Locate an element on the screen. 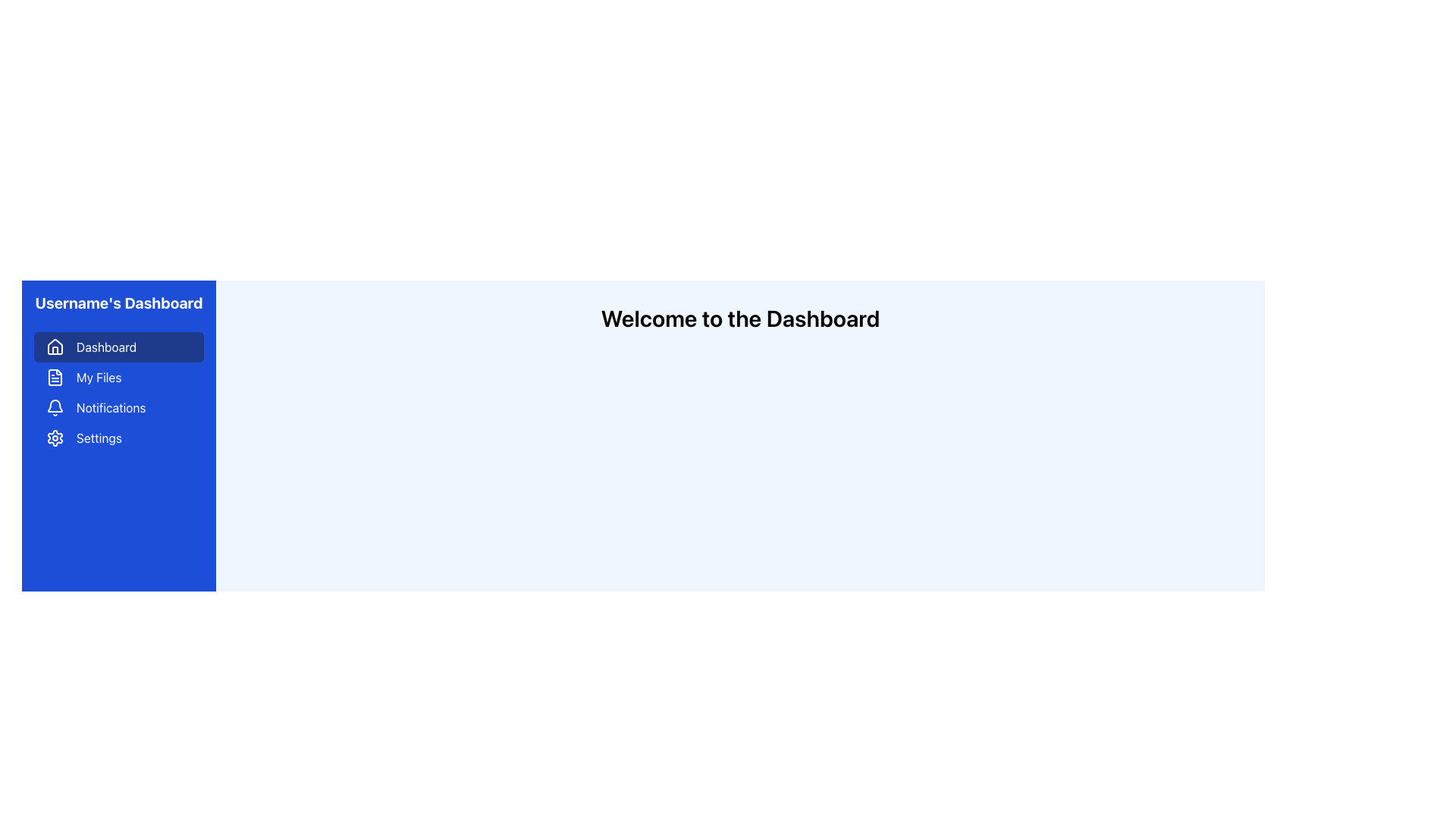  the settings icon located in the left sidebar of the dashboard interface, positioned below the circular shape and adjacent to the label 'Settings' is located at coordinates (55, 438).